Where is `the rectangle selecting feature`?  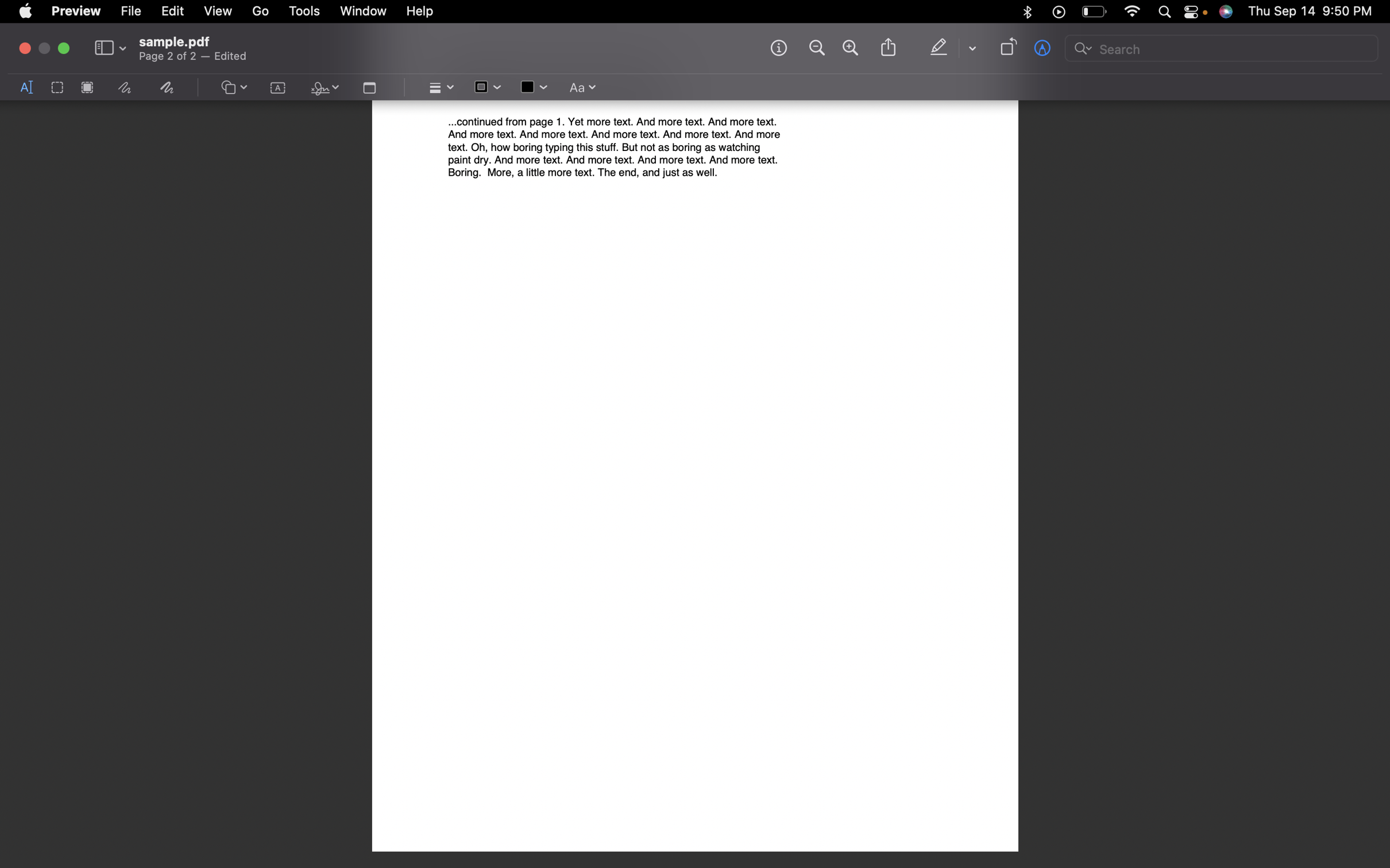
the rectangle selecting feature is located at coordinates (56, 88).